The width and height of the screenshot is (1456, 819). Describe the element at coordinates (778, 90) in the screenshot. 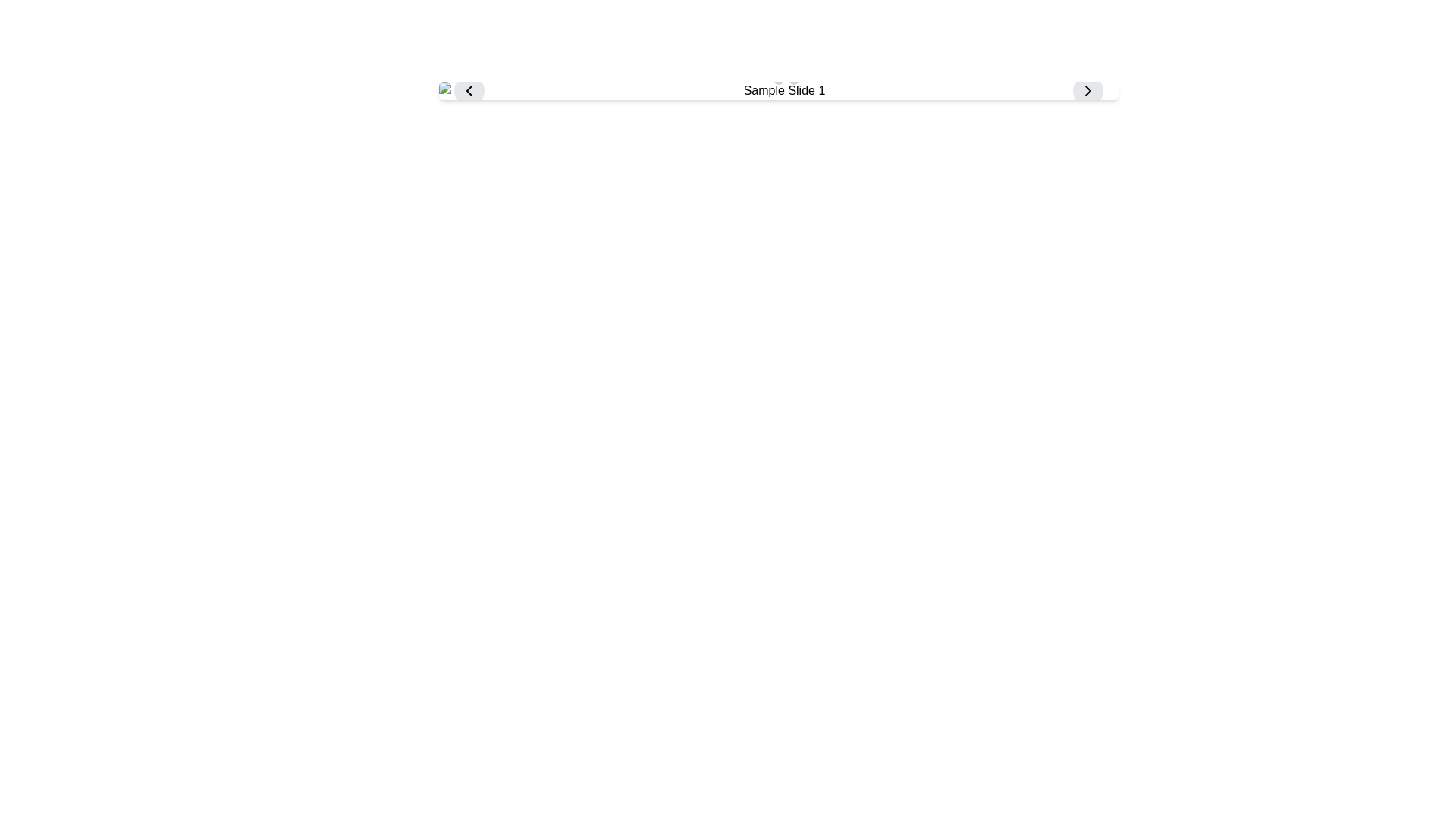

I see `the static text displaying 'Sample Slide 1' which is centrally located between two buttons on a horizontal bar at the top of a white background area` at that location.